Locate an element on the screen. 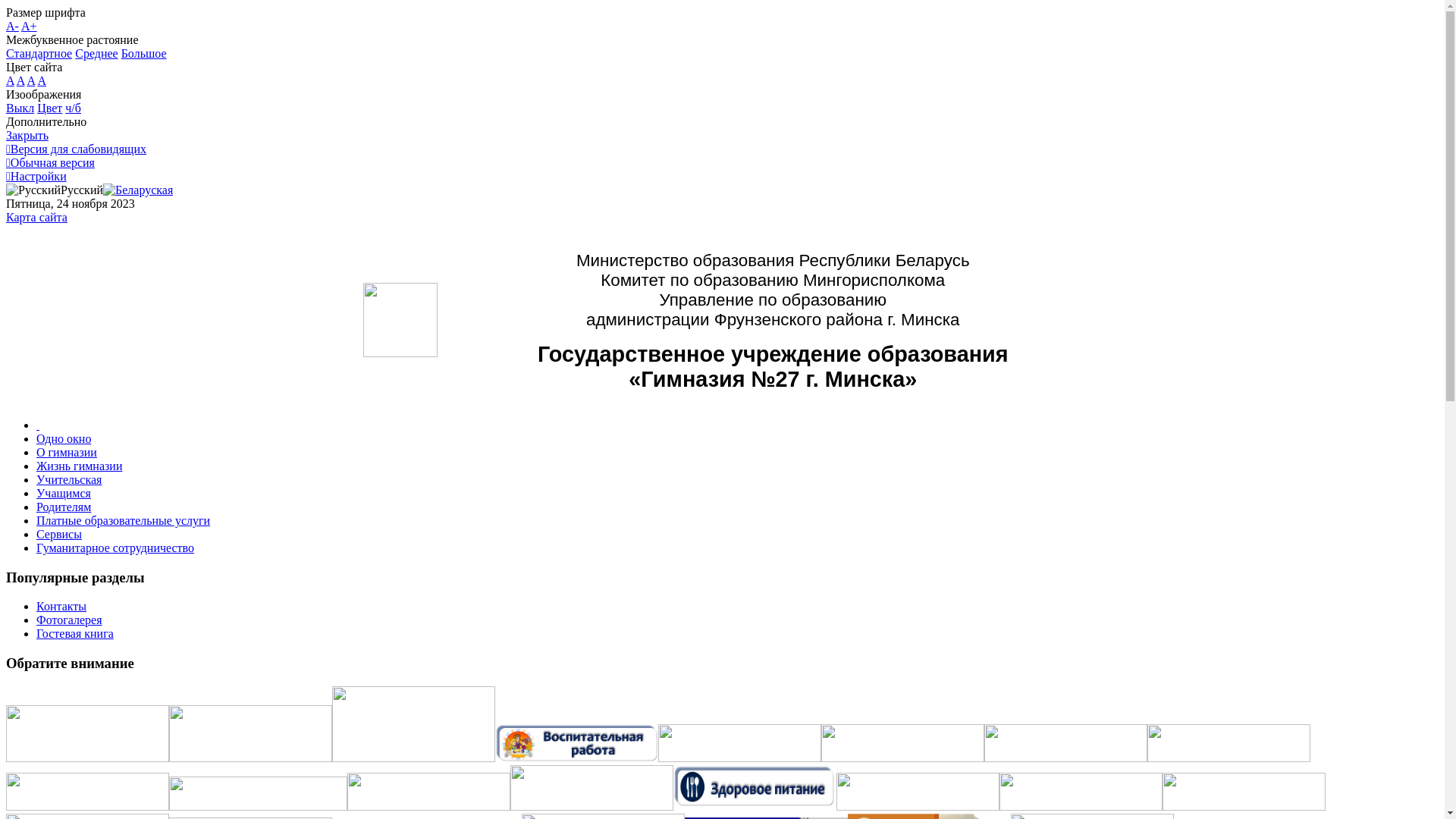 This screenshot has width=1456, height=819. 'A' is located at coordinates (36, 80).